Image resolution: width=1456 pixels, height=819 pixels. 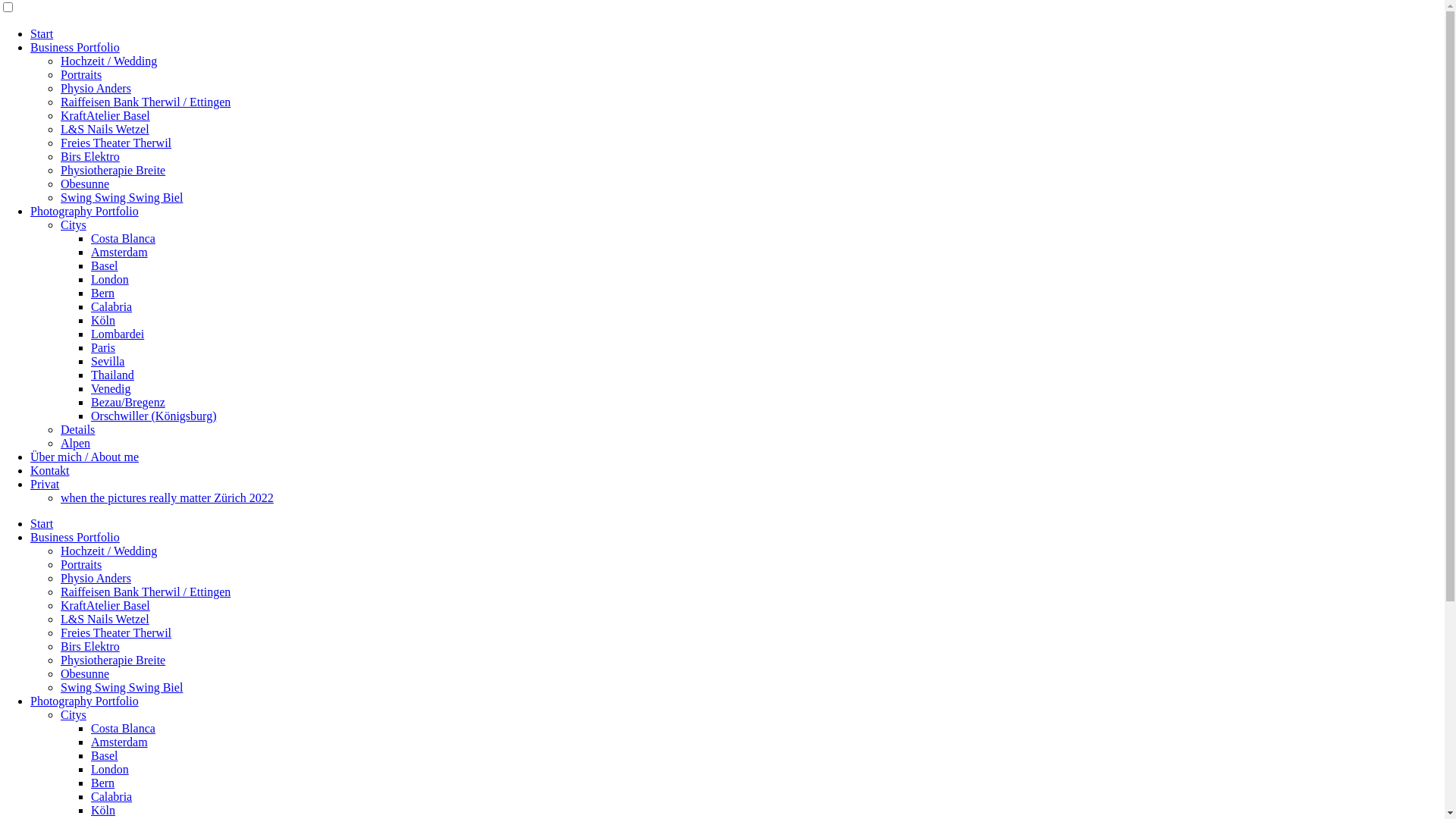 I want to click on 'Freies Theater Therwil', so click(x=61, y=632).